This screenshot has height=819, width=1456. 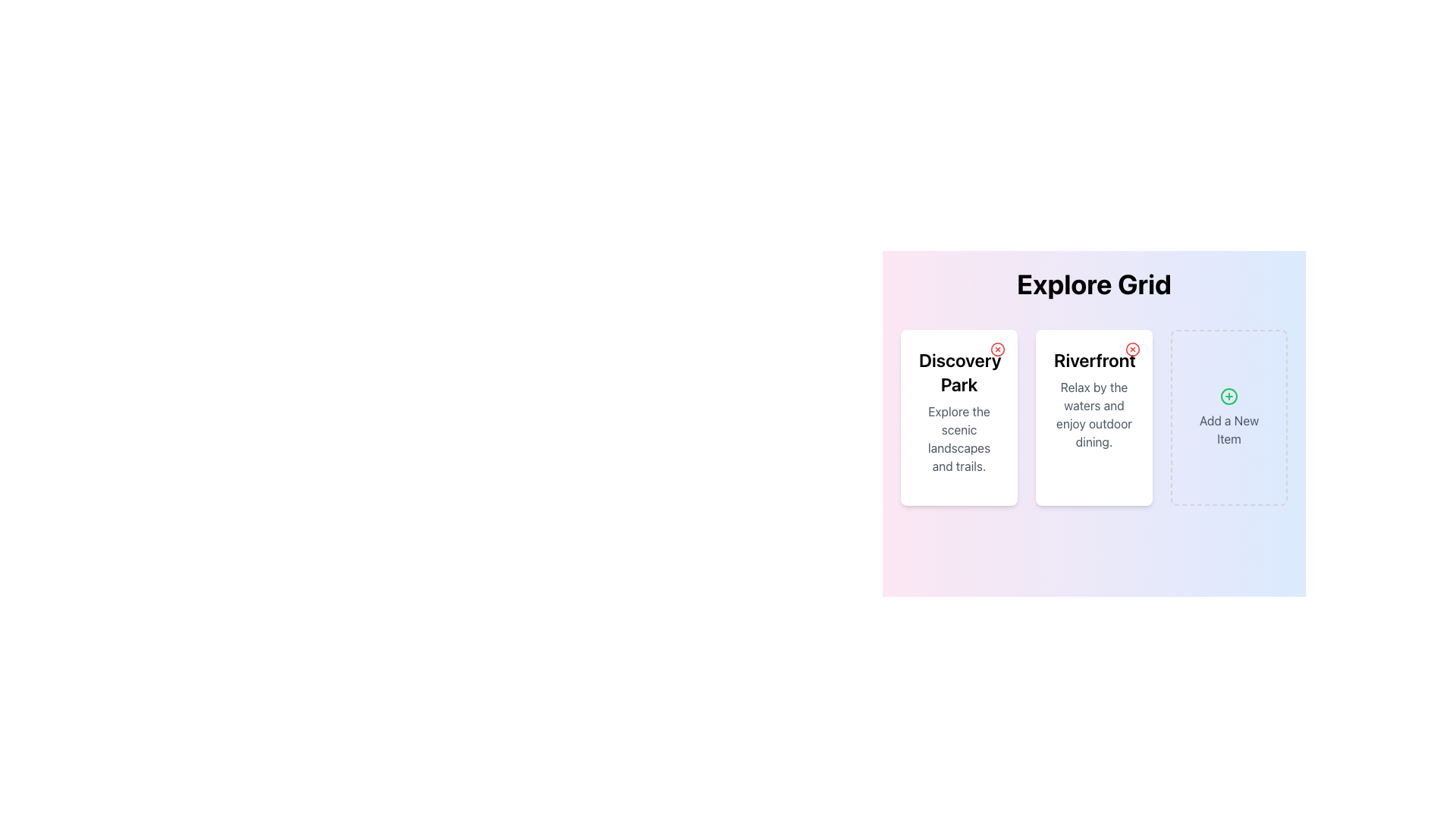 What do you see at coordinates (997, 350) in the screenshot?
I see `the Circle SVG element located in the first card labeled 'Discovery Park'` at bounding box center [997, 350].